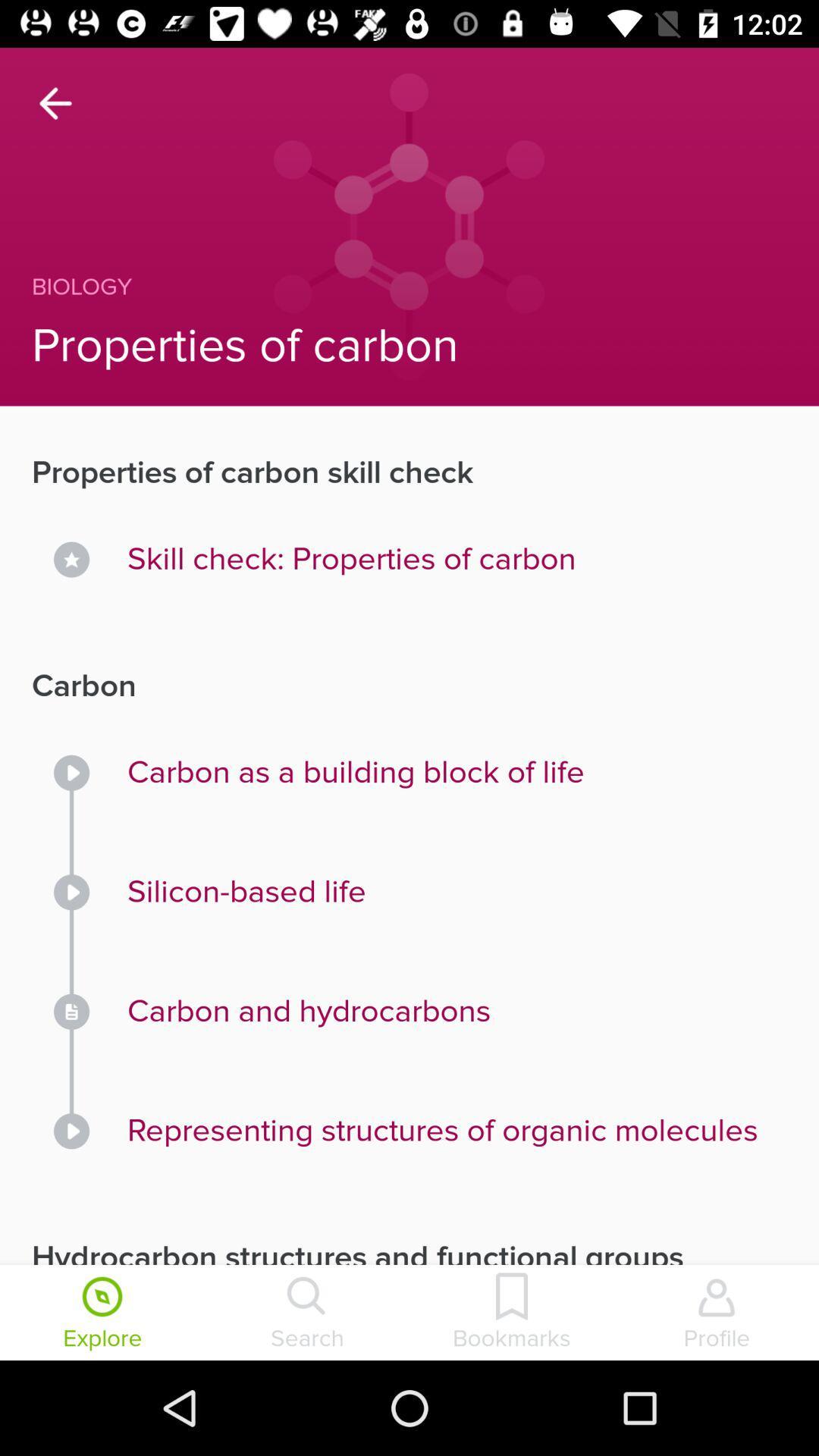 The height and width of the screenshot is (1456, 819). I want to click on item below hydrocarbon structures and item, so click(307, 1313).